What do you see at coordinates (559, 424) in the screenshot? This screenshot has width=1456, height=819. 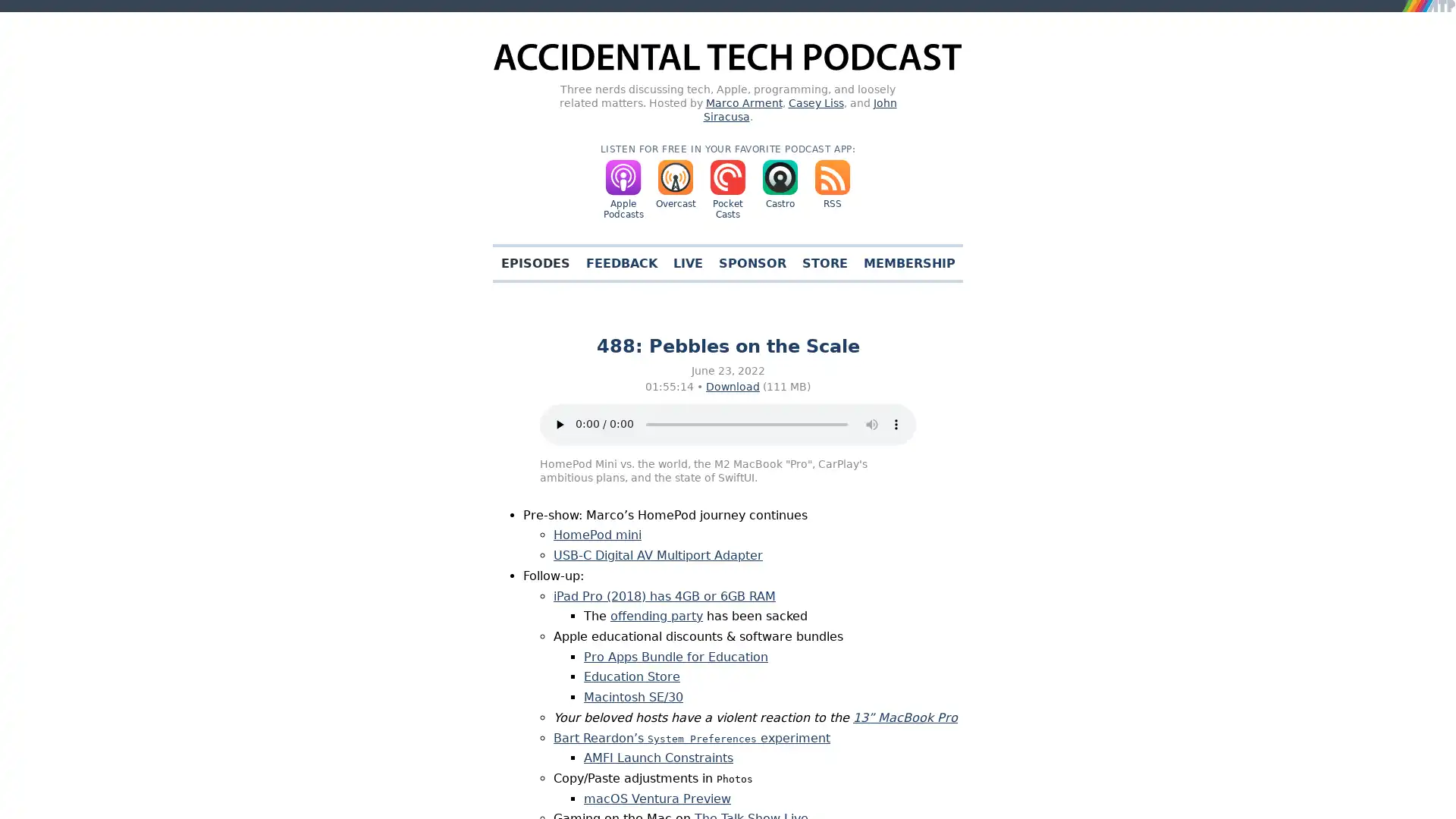 I see `play` at bounding box center [559, 424].